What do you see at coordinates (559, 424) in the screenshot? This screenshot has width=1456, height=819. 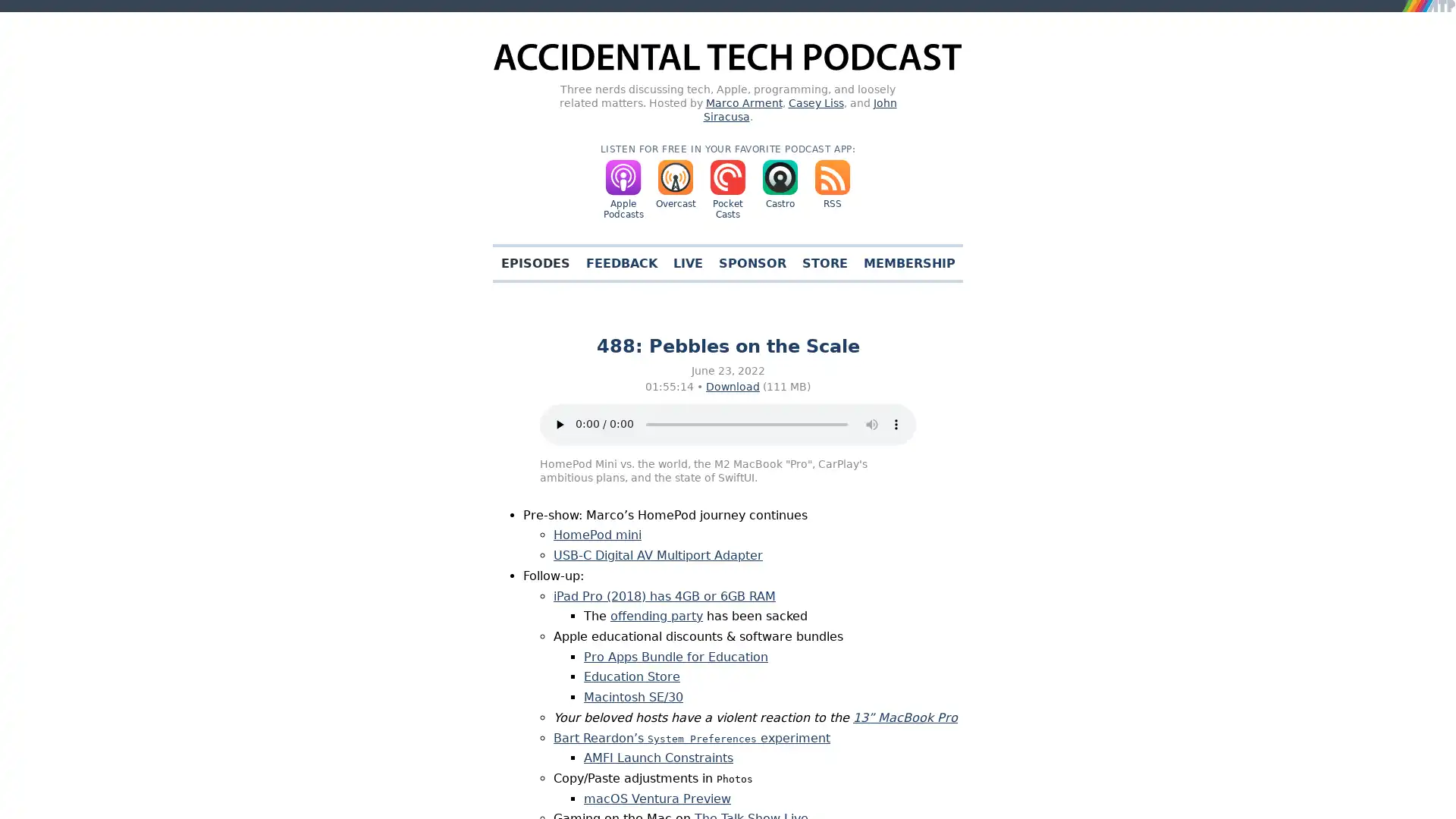 I see `play` at bounding box center [559, 424].